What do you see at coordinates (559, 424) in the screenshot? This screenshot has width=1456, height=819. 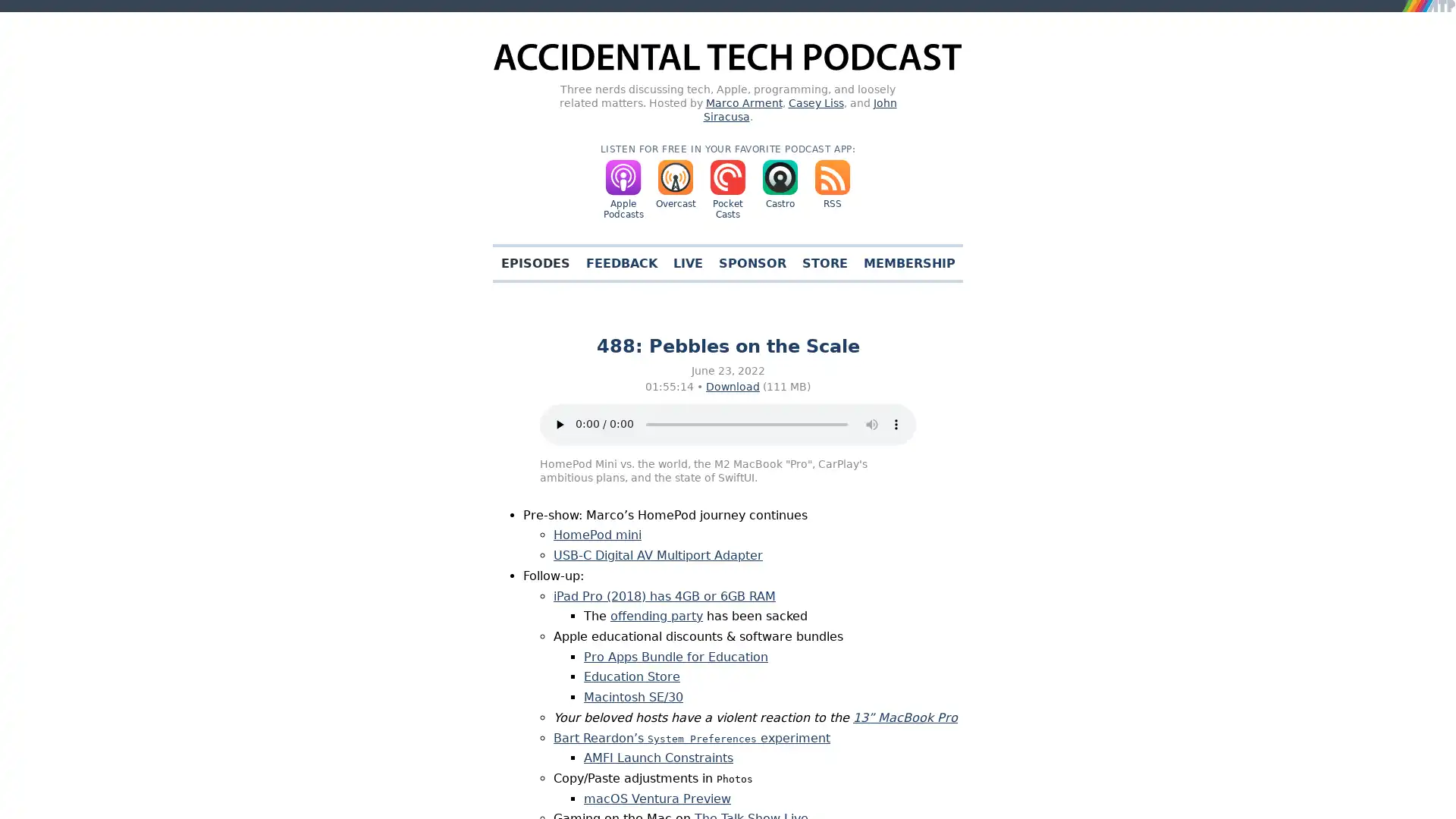 I see `play` at bounding box center [559, 424].